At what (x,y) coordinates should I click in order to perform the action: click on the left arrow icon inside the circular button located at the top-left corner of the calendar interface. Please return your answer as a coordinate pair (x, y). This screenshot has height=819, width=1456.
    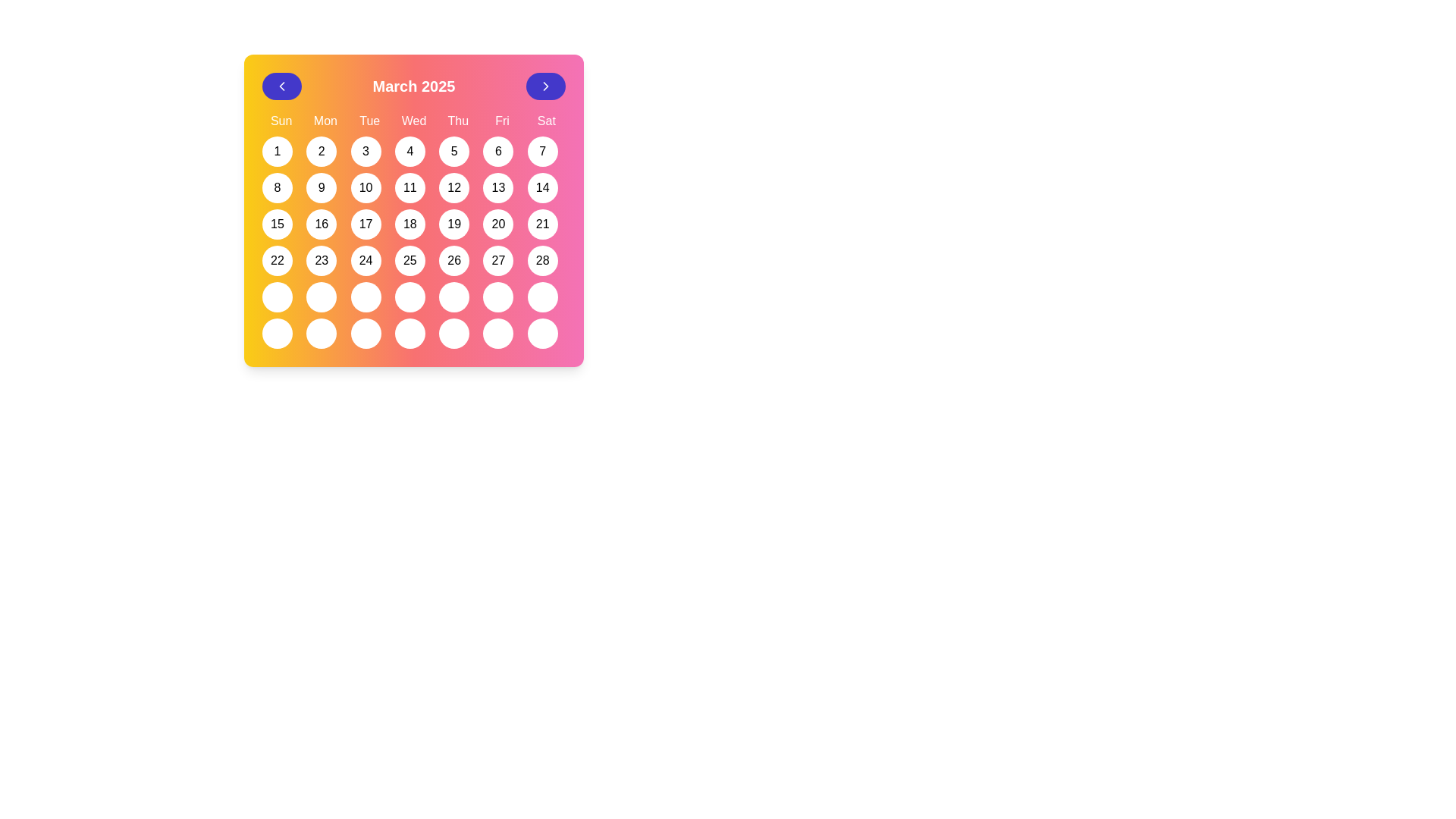
    Looking at the image, I should click on (282, 86).